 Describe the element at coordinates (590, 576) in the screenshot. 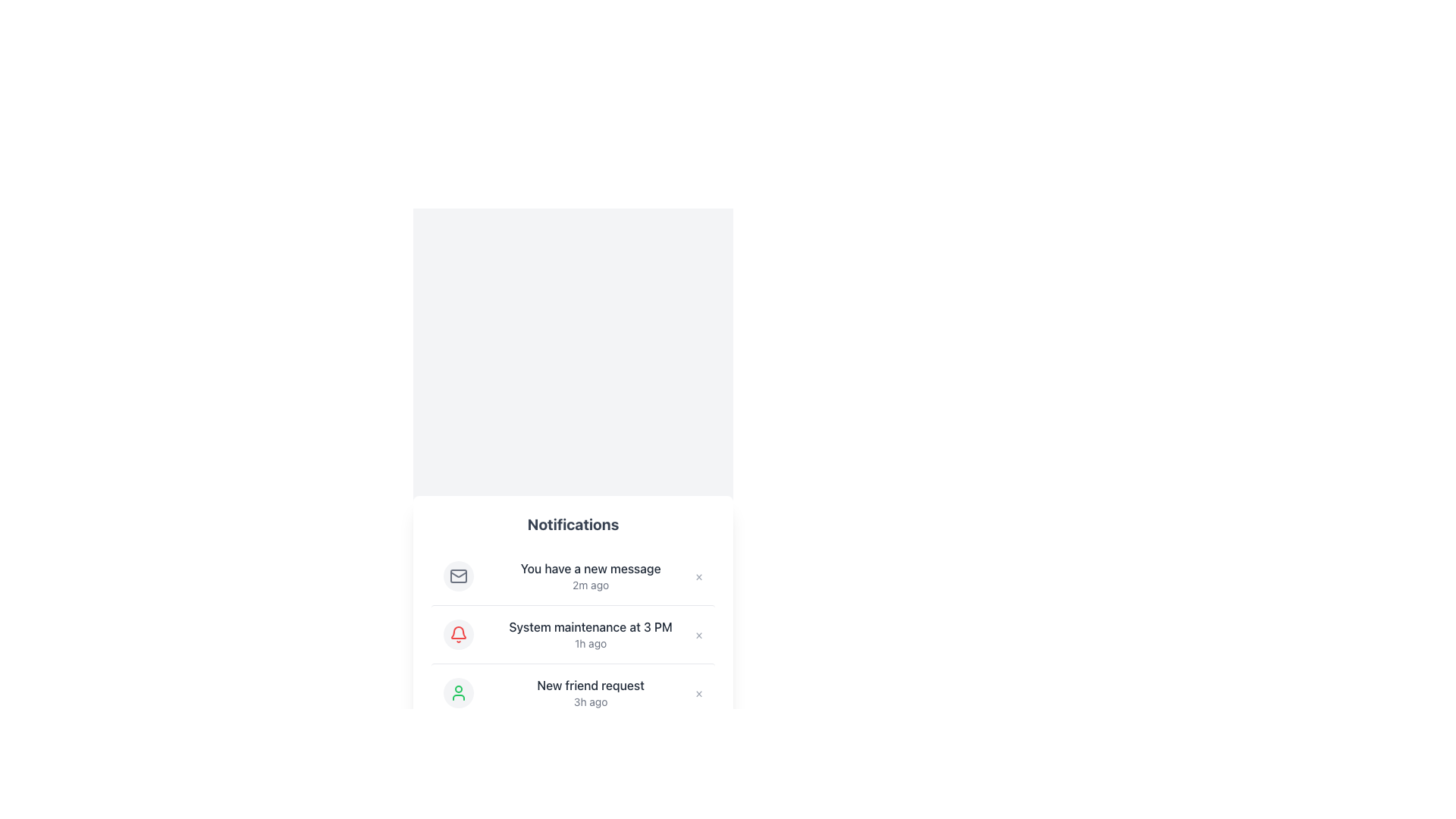

I see `notification content displayed in the text block that shows 'You have a new message' and '2m ago', located in the notification panel under the 'Notifications' section` at that location.